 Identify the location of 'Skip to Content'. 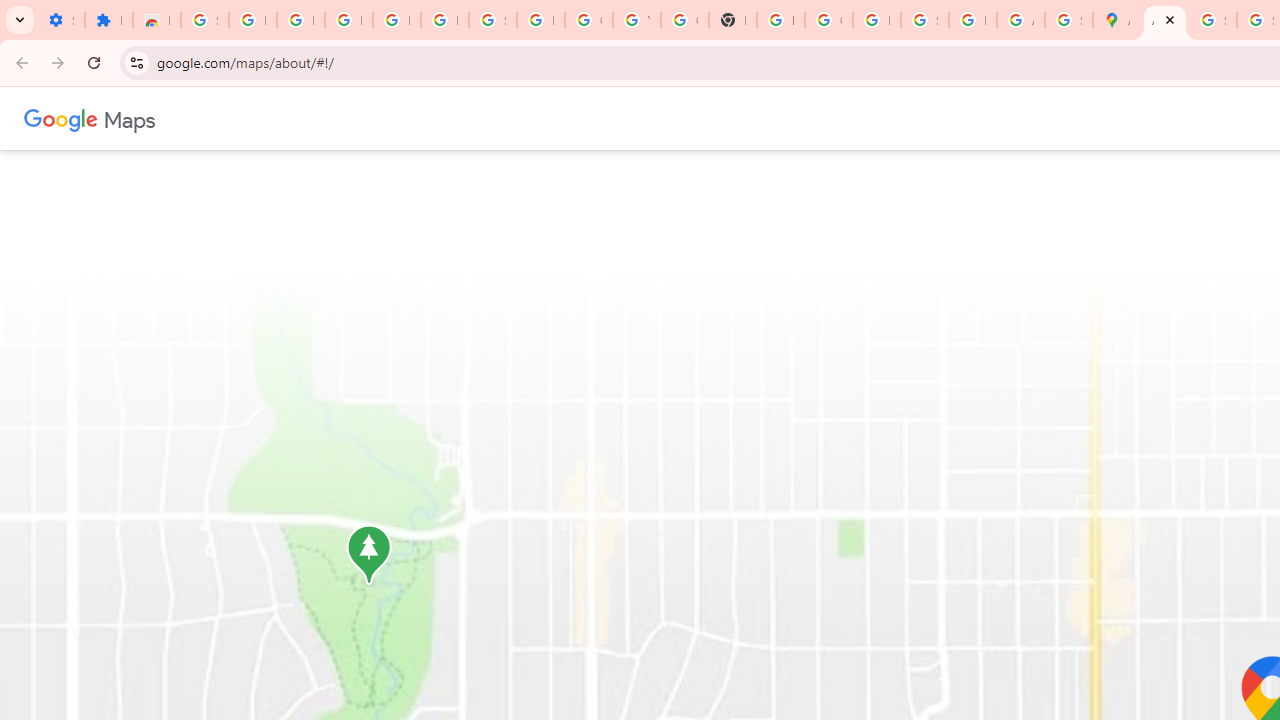
(263, 116).